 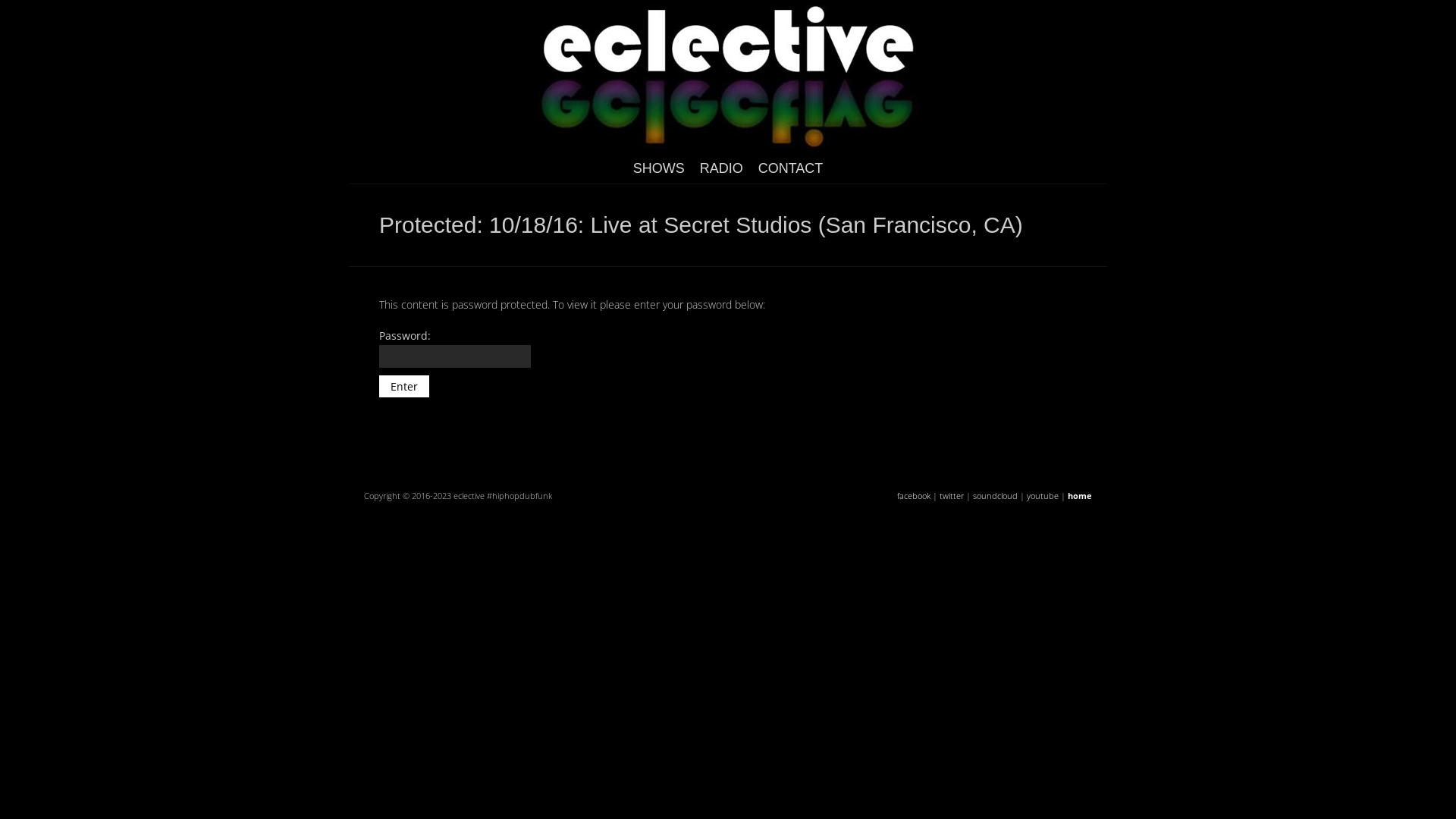 What do you see at coordinates (1079, 495) in the screenshot?
I see `'home'` at bounding box center [1079, 495].